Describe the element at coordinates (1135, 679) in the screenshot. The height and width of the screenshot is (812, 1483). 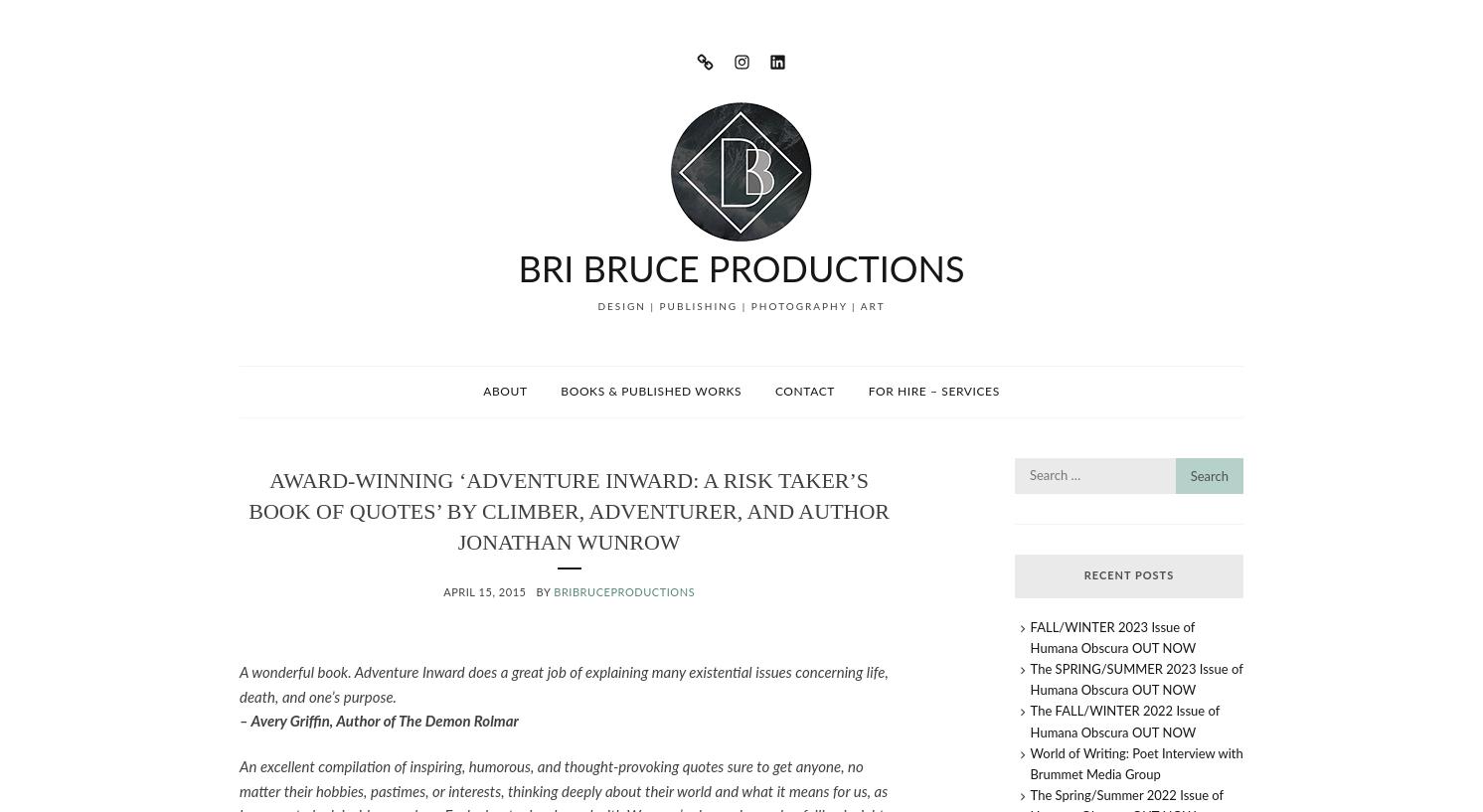
I see `'The SPRING/SUMMER 2023 Issue of Humana Obscura OUT NOW'` at that location.